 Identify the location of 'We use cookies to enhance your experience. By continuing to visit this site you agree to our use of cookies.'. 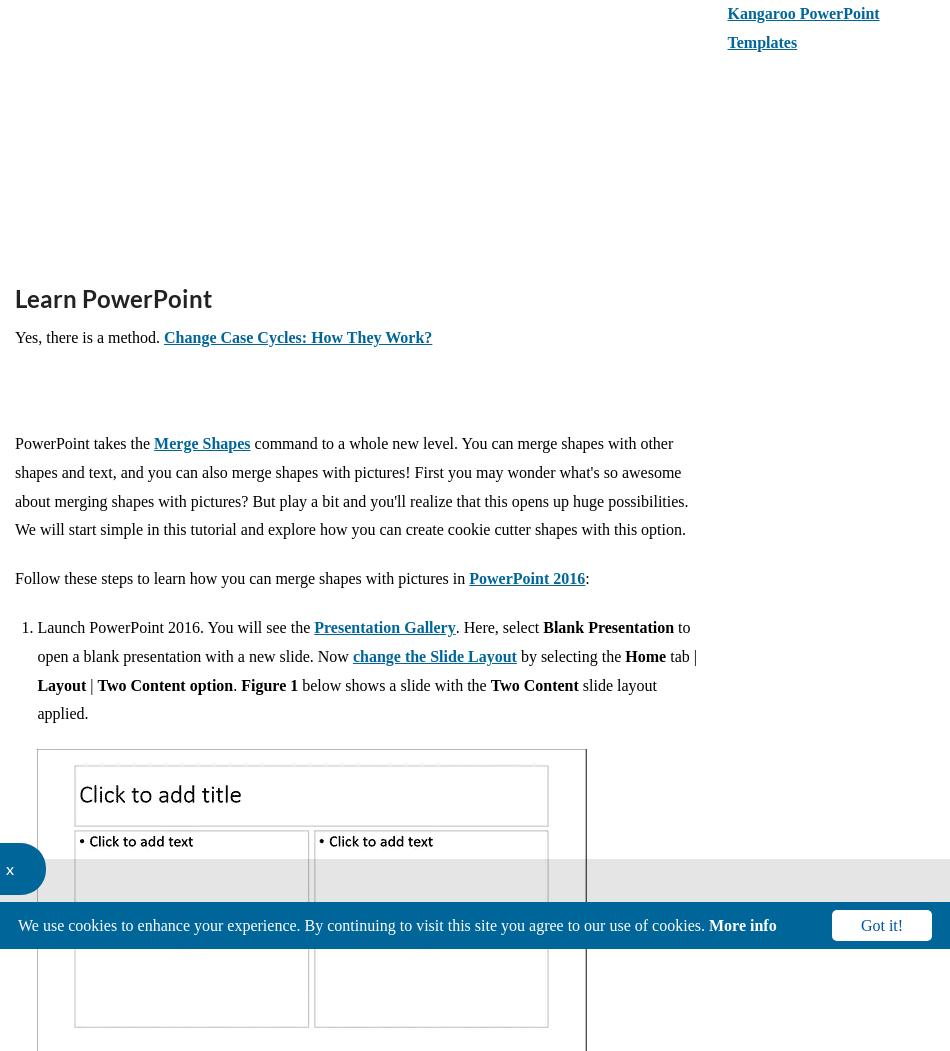
(361, 925).